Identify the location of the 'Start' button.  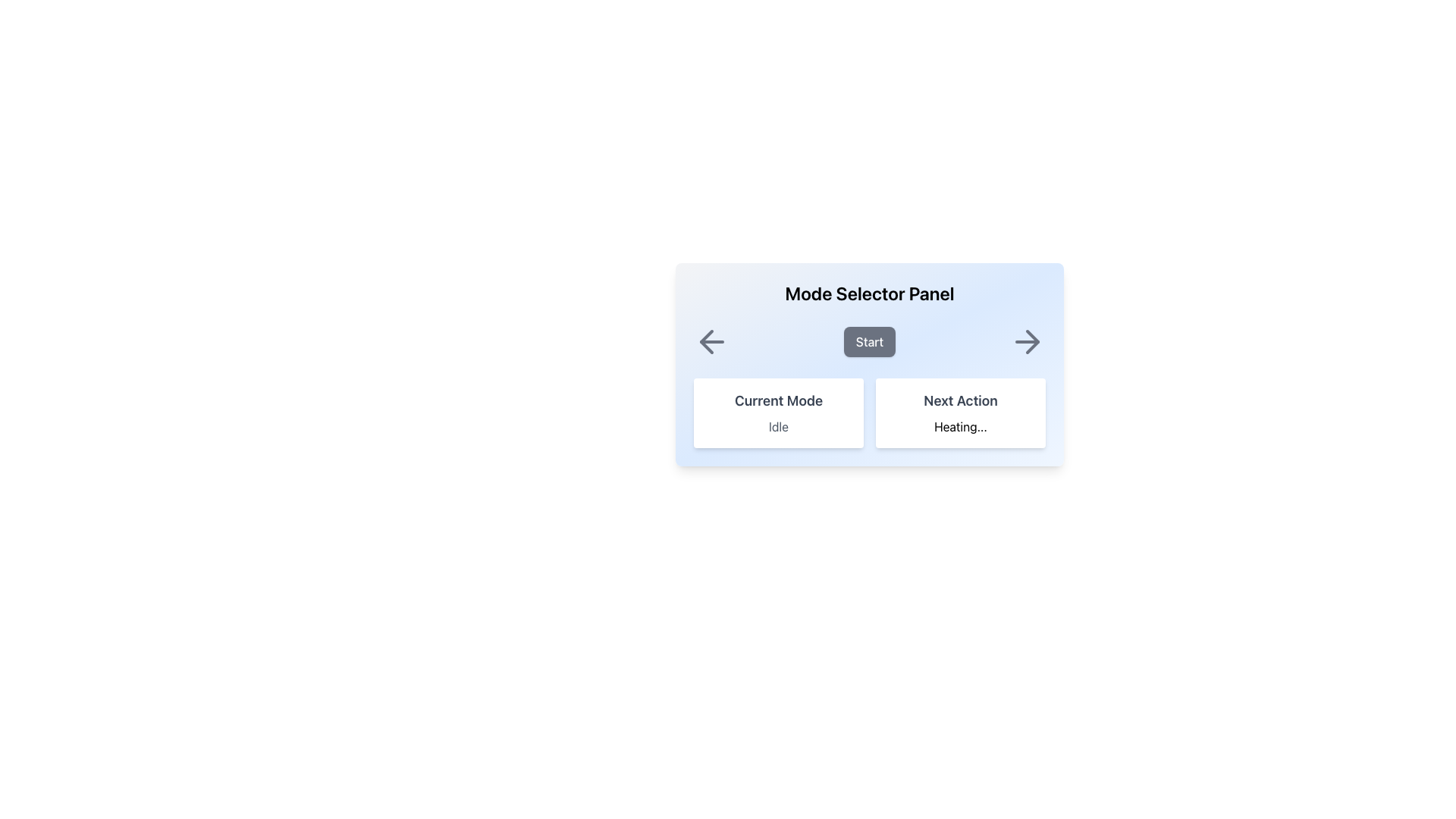
(870, 342).